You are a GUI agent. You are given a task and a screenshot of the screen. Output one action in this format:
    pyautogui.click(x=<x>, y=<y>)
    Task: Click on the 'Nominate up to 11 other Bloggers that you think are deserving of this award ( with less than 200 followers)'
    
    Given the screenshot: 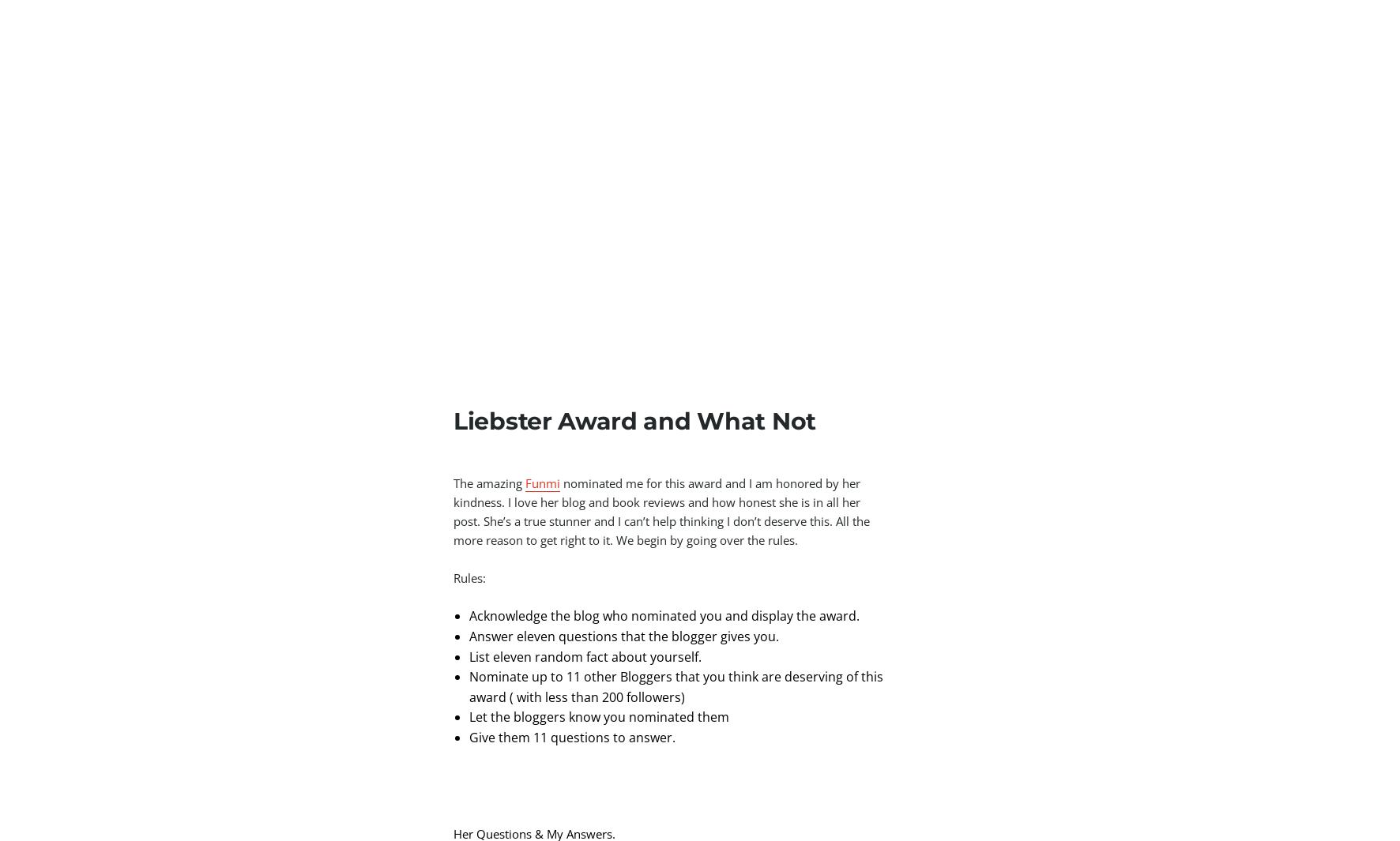 What is the action you would take?
    pyautogui.click(x=676, y=686)
    